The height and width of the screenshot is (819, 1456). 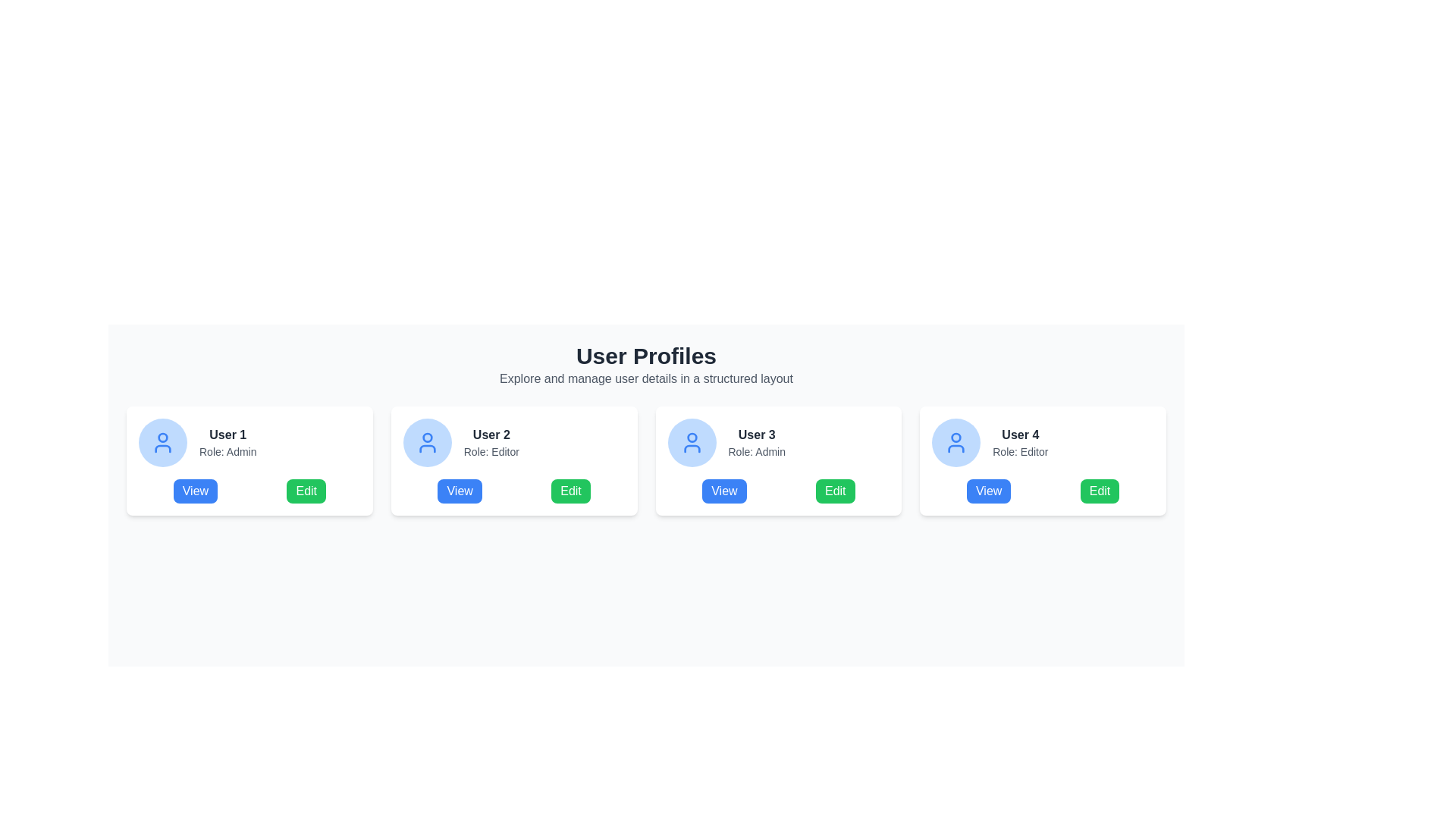 I want to click on the button in the lower-left section of the 'User 1' card, so click(x=194, y=491).